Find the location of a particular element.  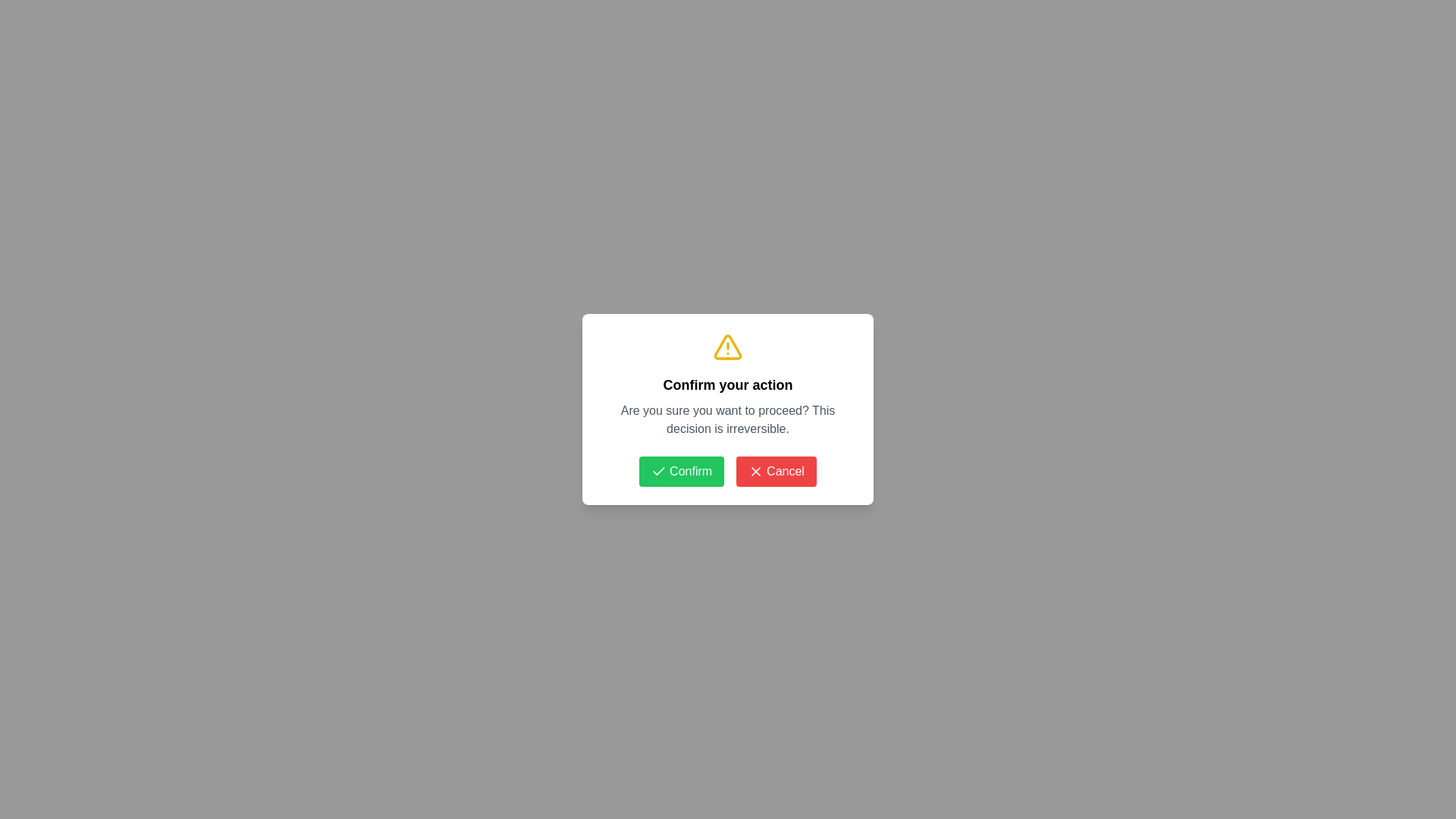

the confirmation icon located within the green 'Confirm' button to approve the action is located at coordinates (658, 470).